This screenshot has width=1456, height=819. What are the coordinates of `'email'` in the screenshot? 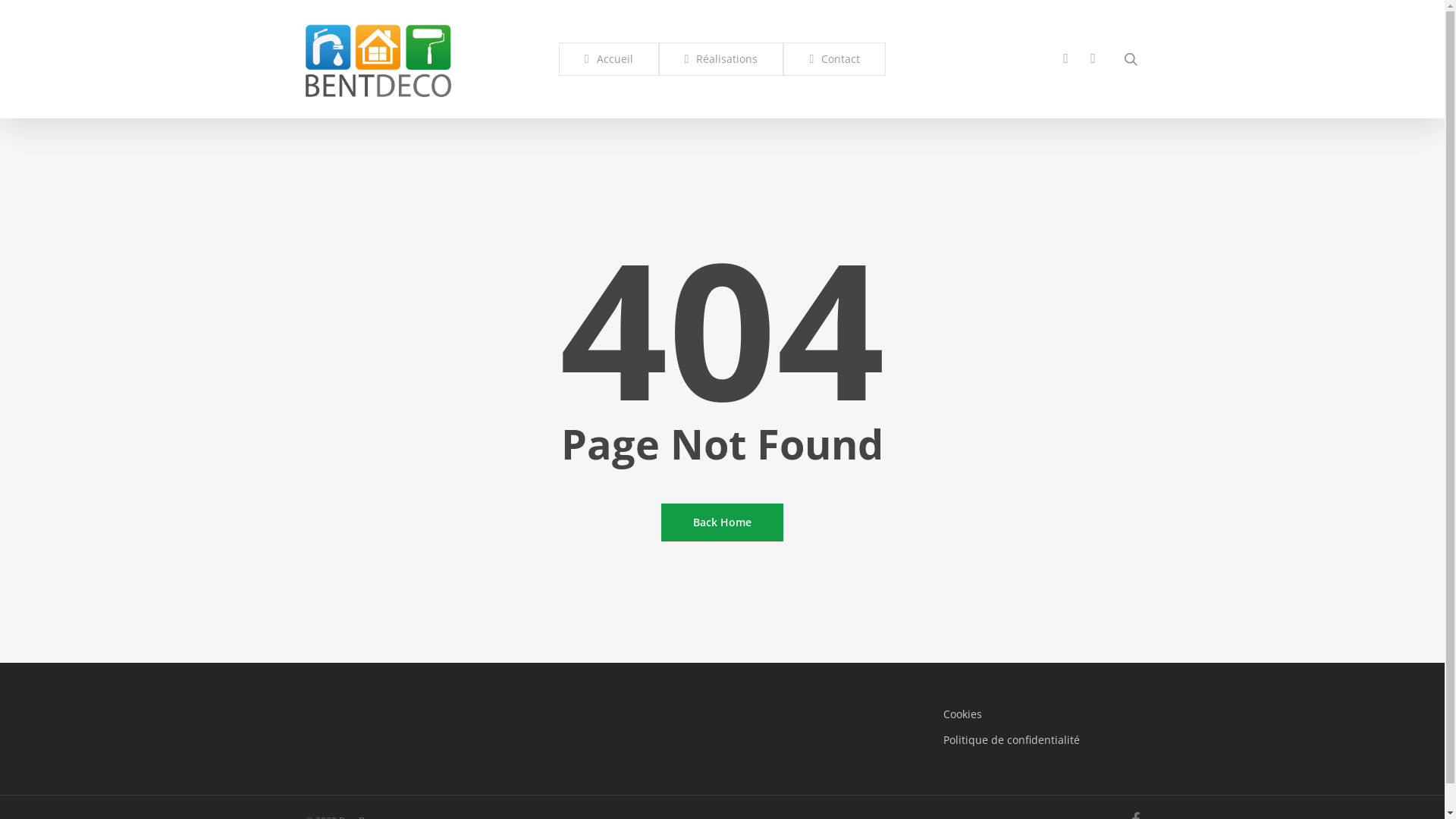 It's located at (1093, 58).